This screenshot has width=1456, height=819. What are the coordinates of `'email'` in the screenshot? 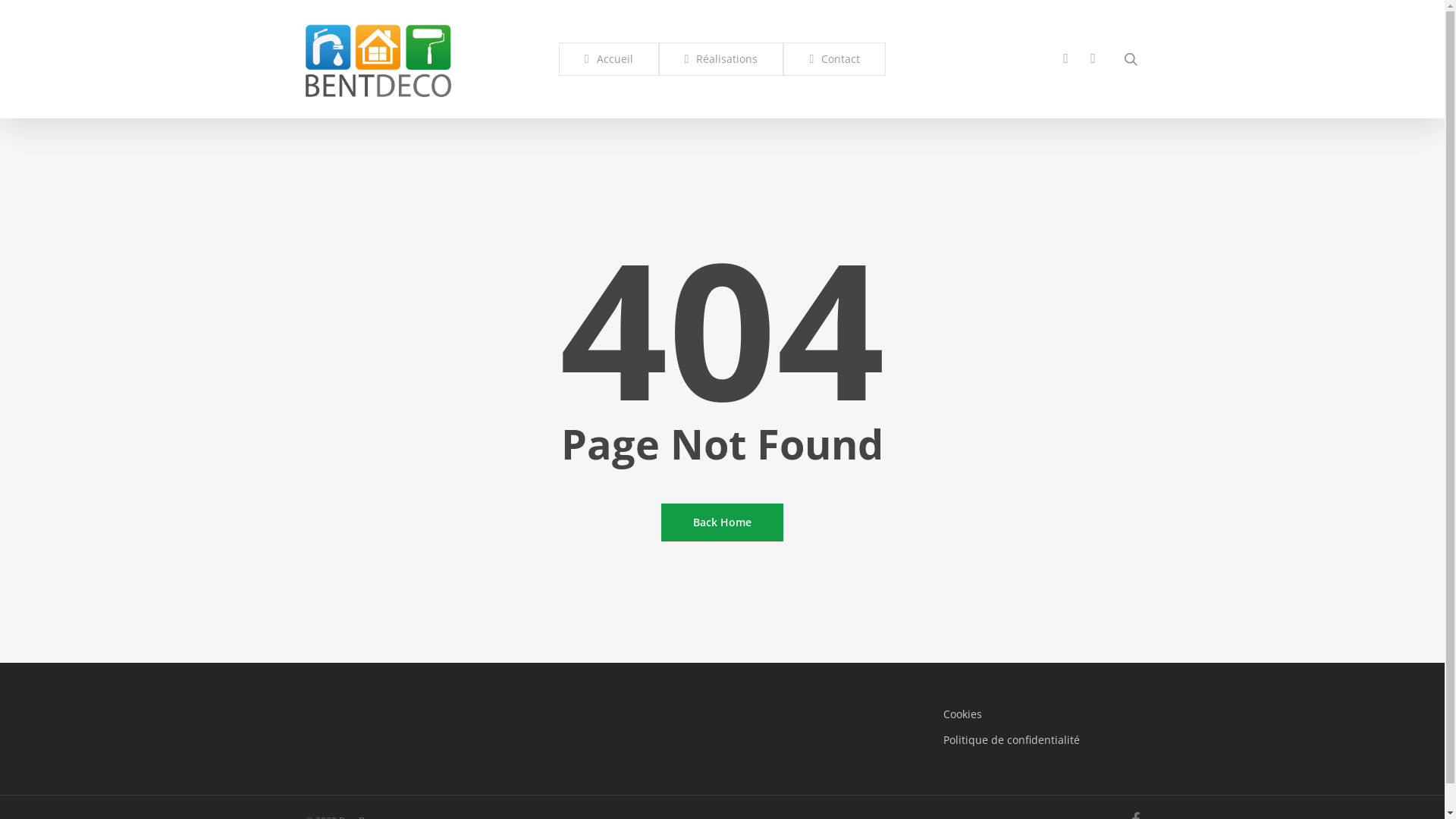 It's located at (1093, 58).